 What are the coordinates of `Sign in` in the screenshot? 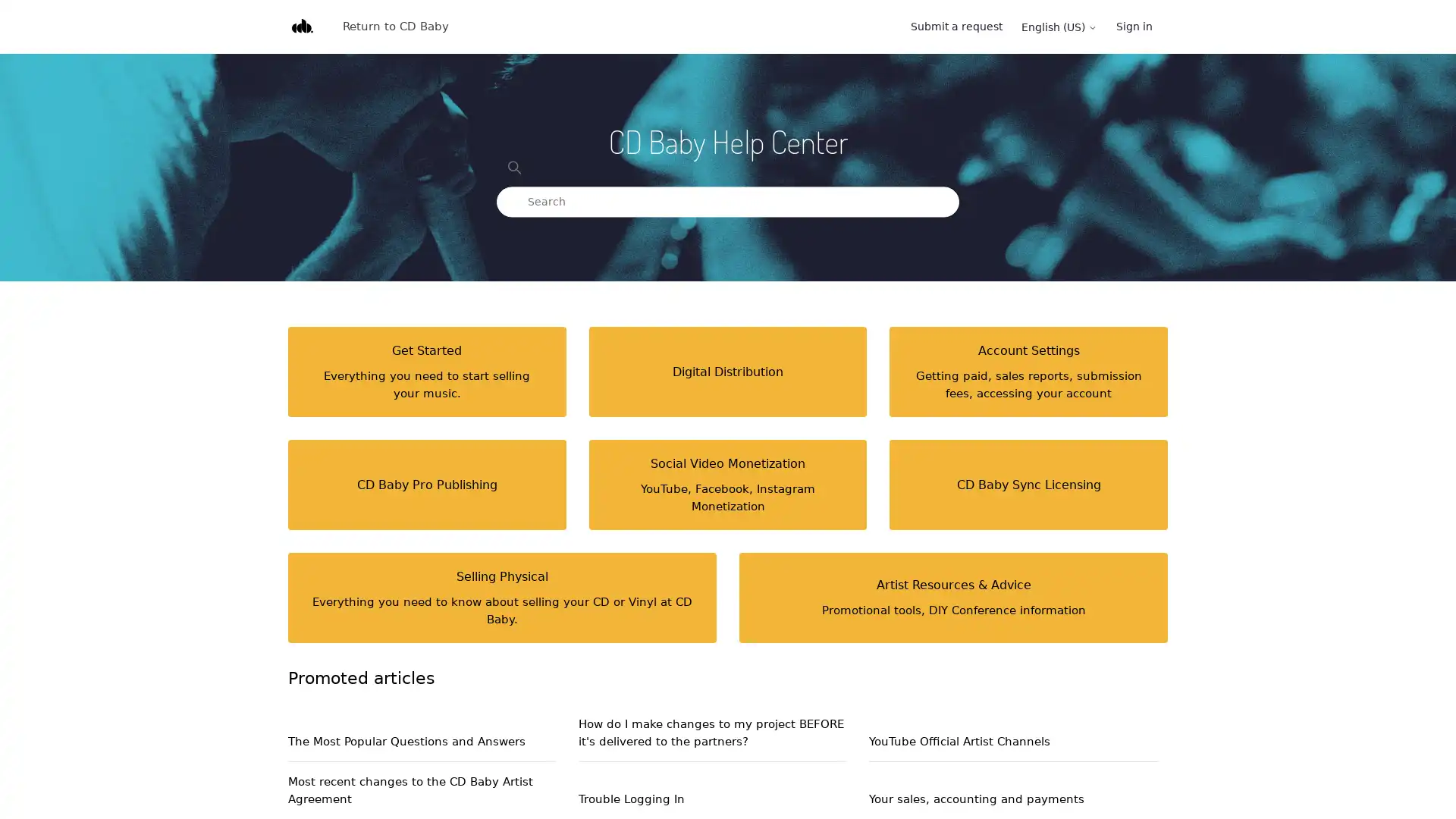 It's located at (1142, 27).